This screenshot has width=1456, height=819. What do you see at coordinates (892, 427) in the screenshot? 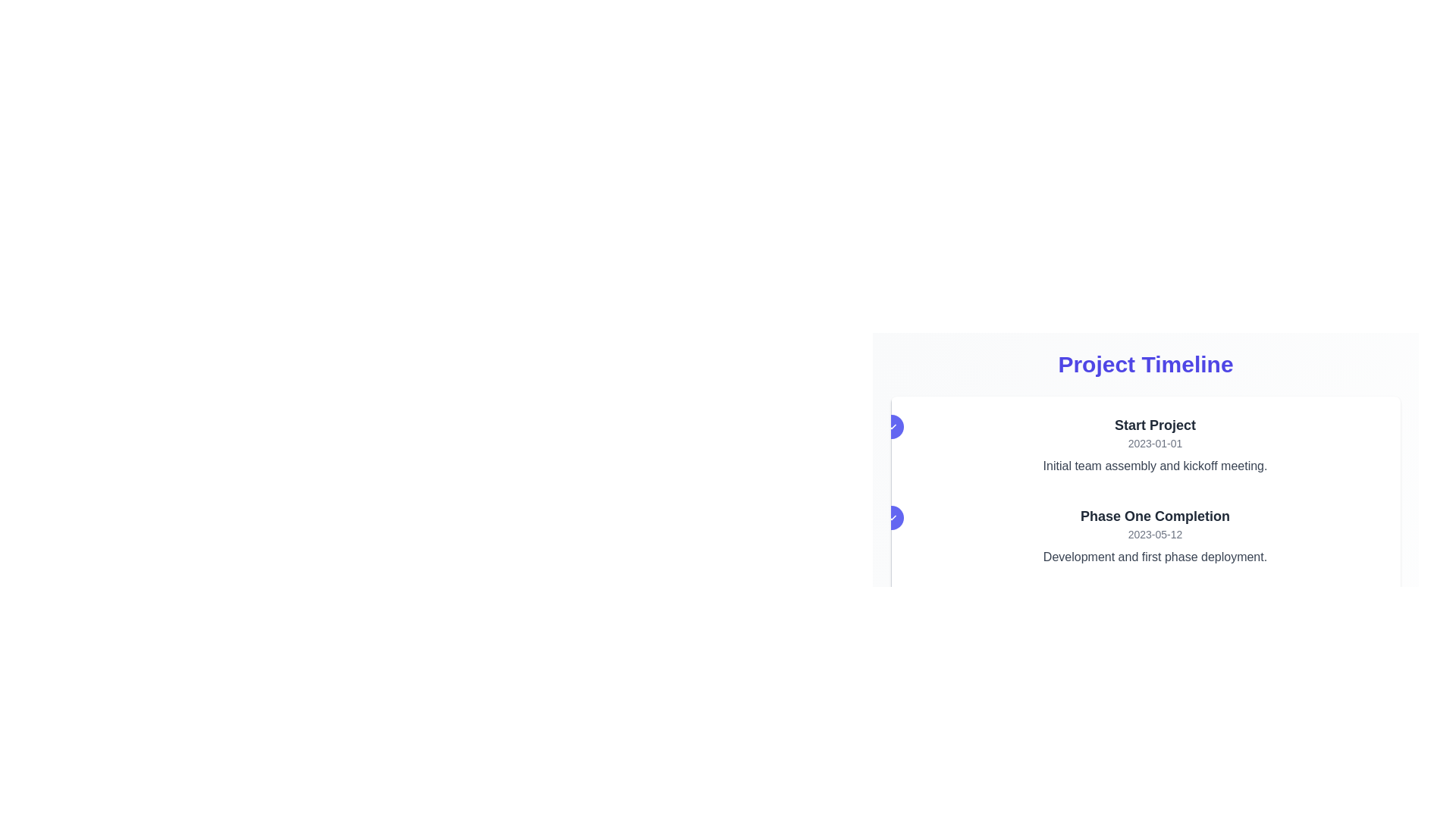
I see `the circular button with a solid indigo blue background and a downward-pointing chevron icon, located to the left of the 'Start Project' timeline entry` at bounding box center [892, 427].